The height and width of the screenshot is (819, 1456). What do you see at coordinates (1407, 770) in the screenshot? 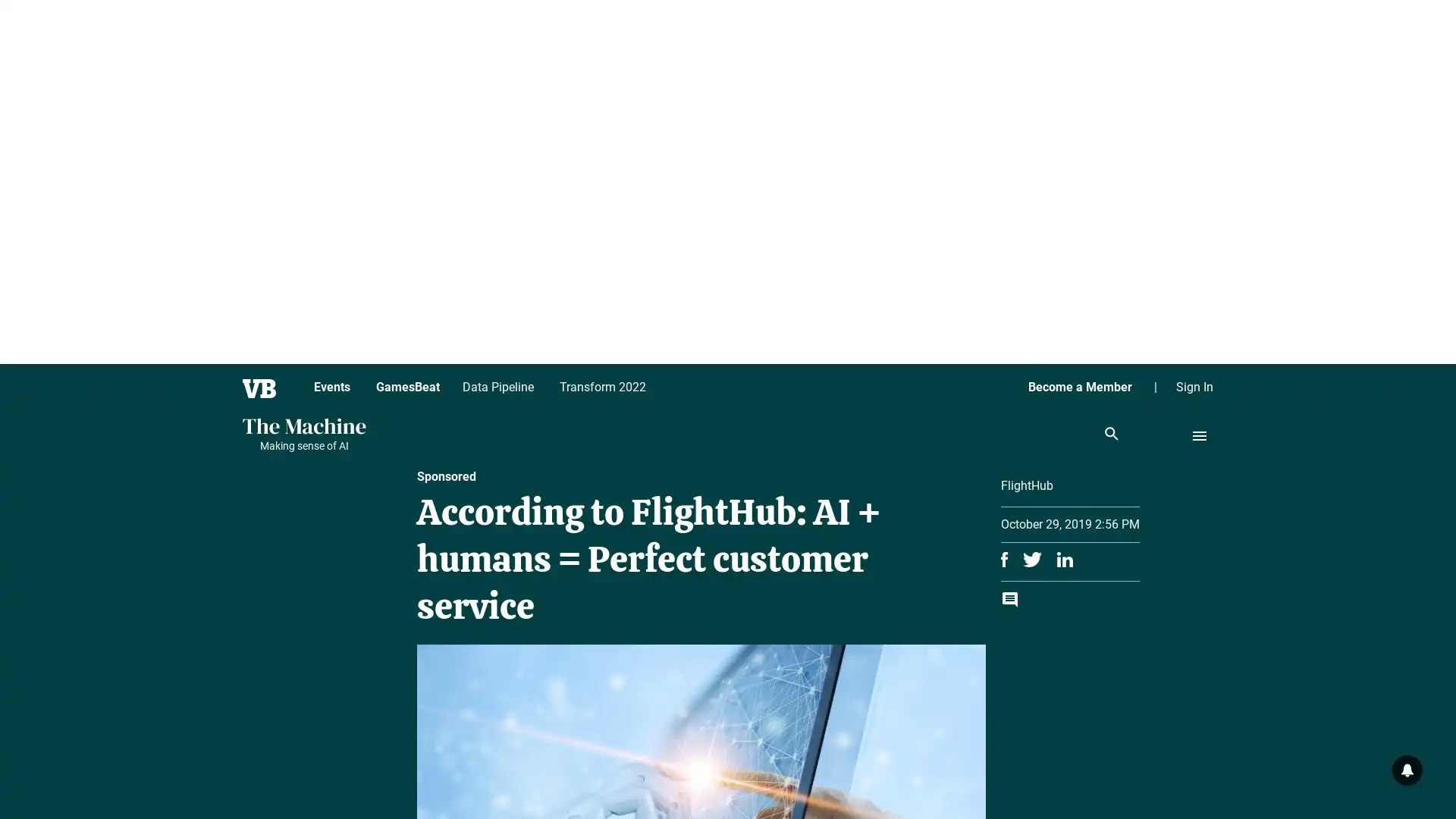
I see `View your notifications and profile settings` at bounding box center [1407, 770].